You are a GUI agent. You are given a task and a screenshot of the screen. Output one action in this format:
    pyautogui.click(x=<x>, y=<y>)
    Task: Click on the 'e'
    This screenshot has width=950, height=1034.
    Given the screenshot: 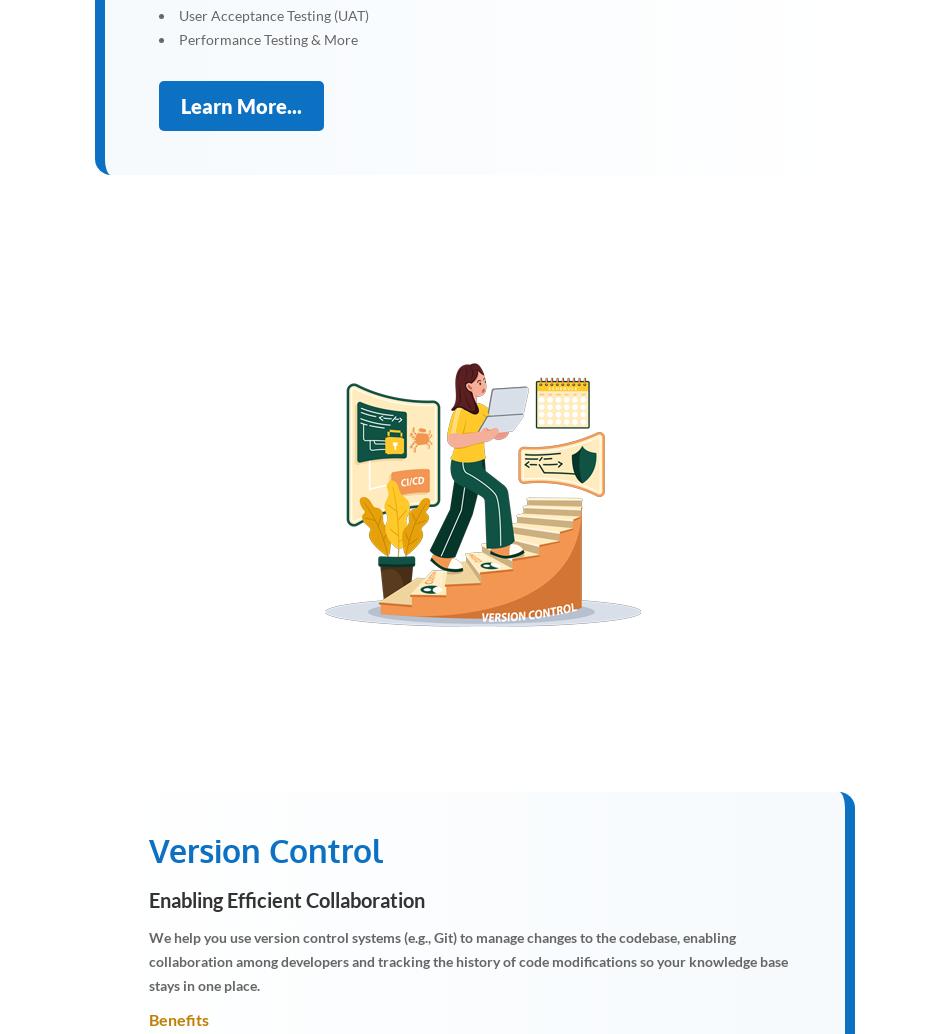 What is the action you would take?
    pyautogui.click(x=460, y=489)
    